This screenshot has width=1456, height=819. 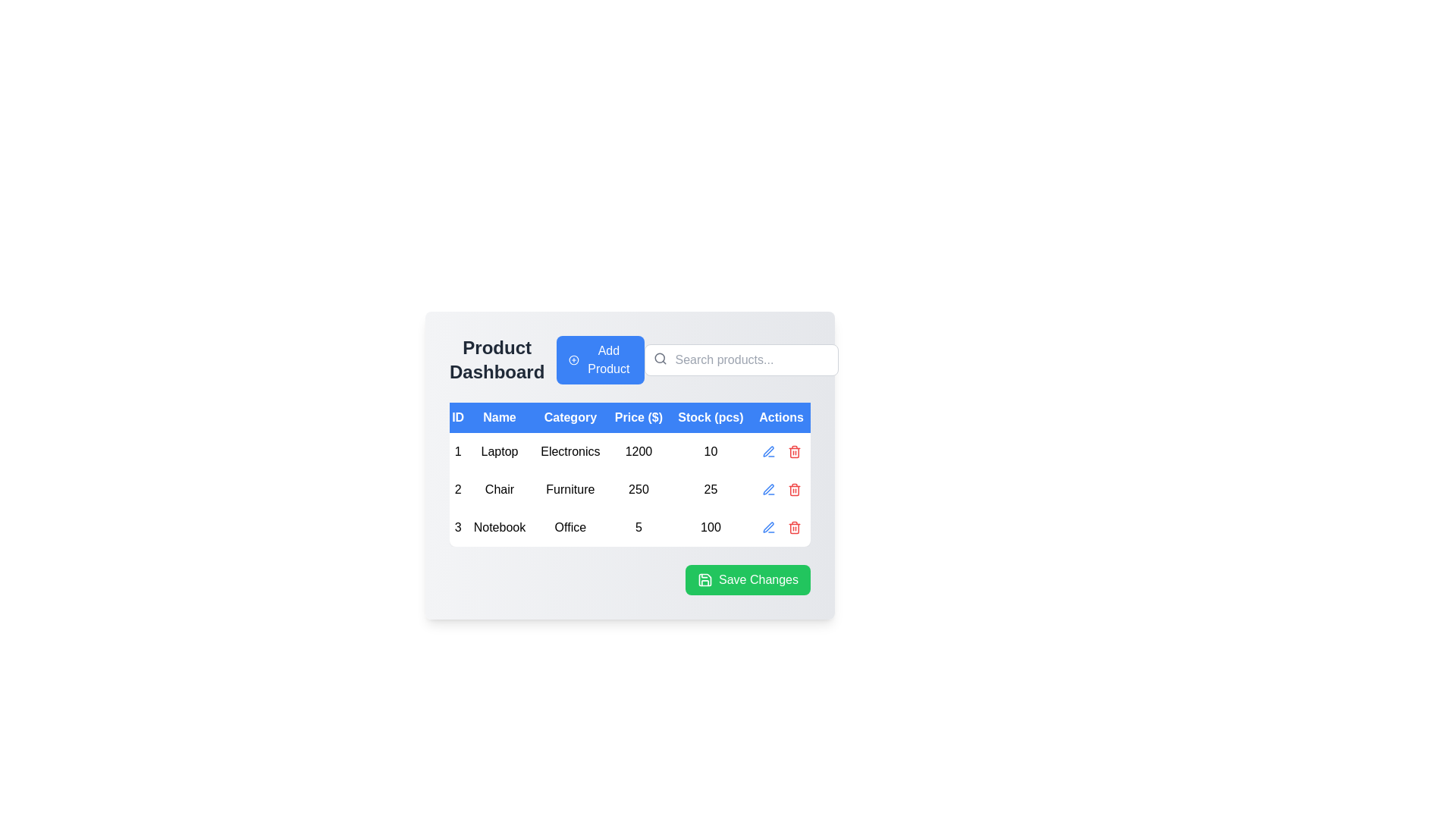 I want to click on the table cell containing the numeric text '250' in the 'Price ($)' column, specifically in the second row corresponding to the 'Chair' product entry, so click(x=629, y=497).